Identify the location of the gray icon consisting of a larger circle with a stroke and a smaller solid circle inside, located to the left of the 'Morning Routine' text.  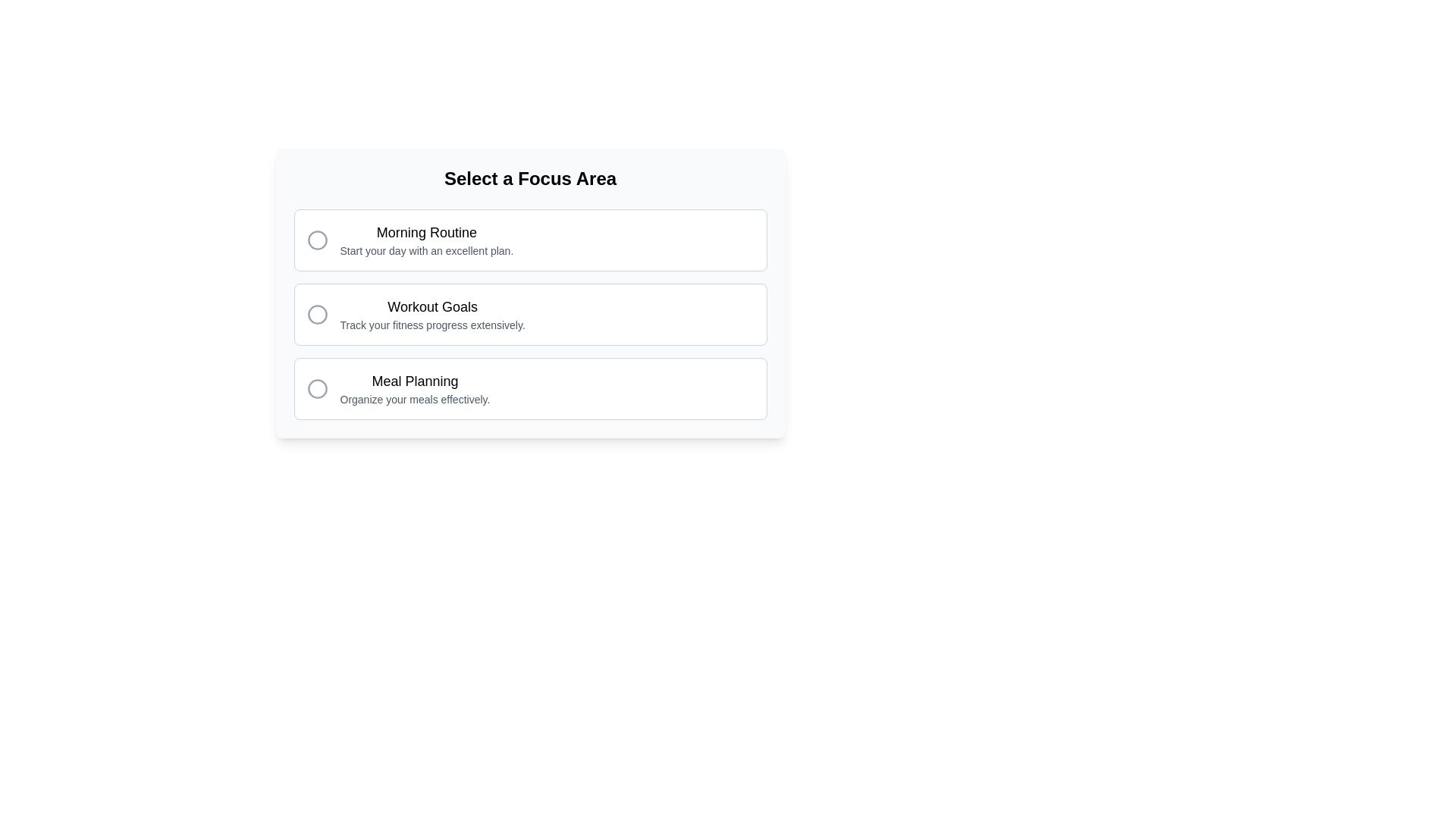
(316, 239).